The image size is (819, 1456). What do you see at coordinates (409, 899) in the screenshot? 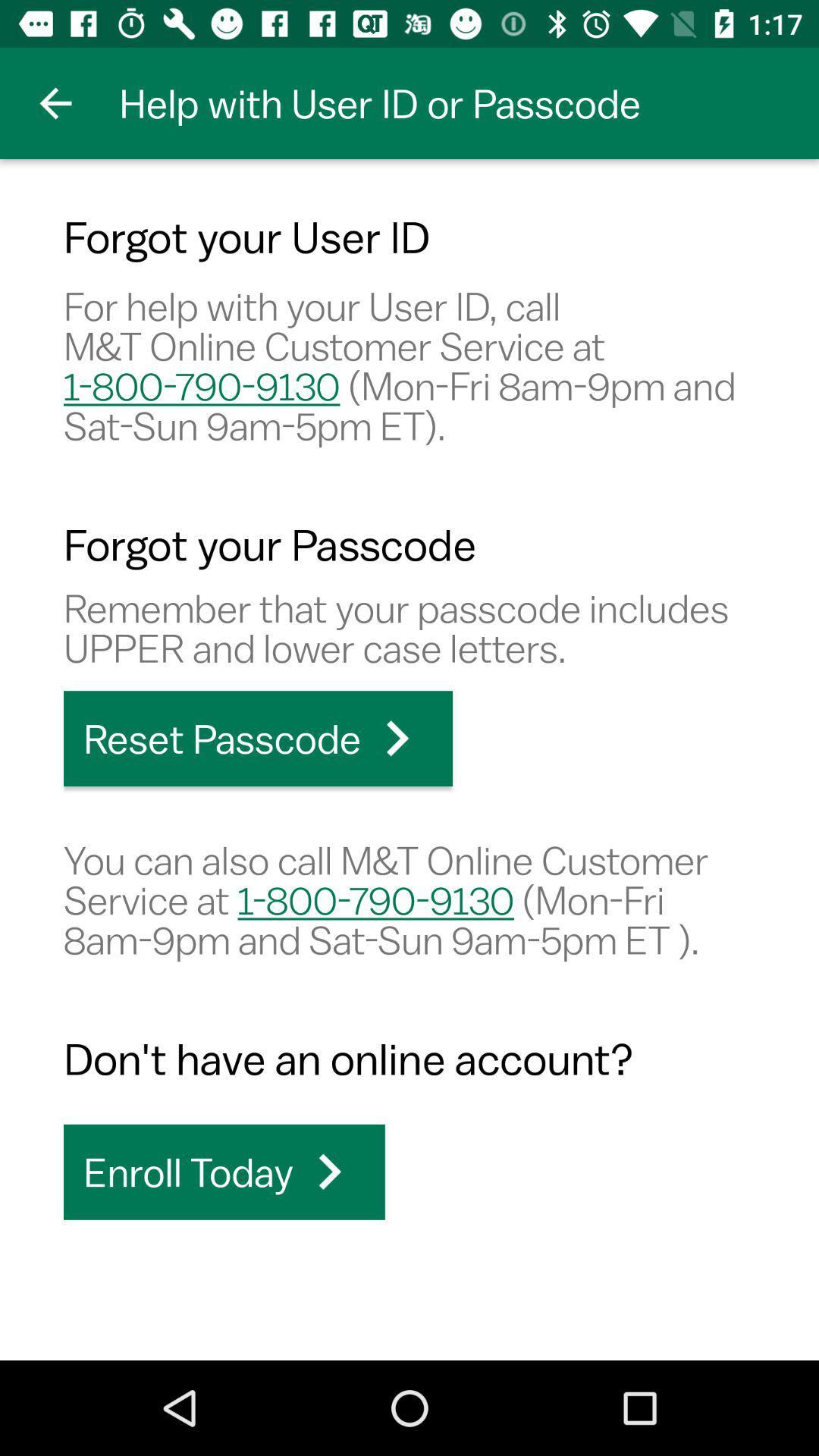
I see `you can also item` at bounding box center [409, 899].